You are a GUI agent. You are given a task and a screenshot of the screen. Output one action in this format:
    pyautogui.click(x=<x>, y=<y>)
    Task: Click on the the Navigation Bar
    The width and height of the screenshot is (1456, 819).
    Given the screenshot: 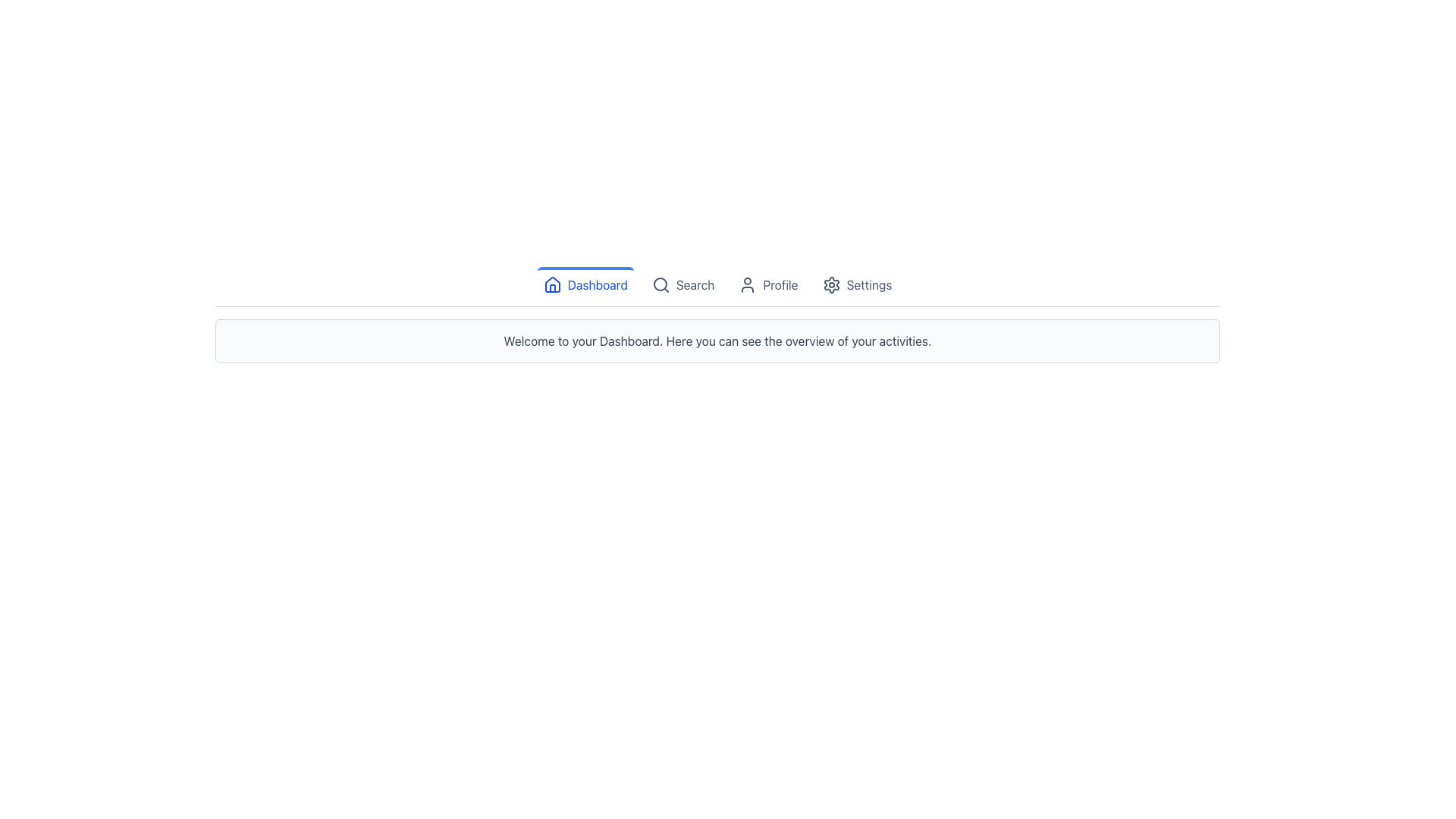 What is the action you would take?
    pyautogui.click(x=717, y=287)
    